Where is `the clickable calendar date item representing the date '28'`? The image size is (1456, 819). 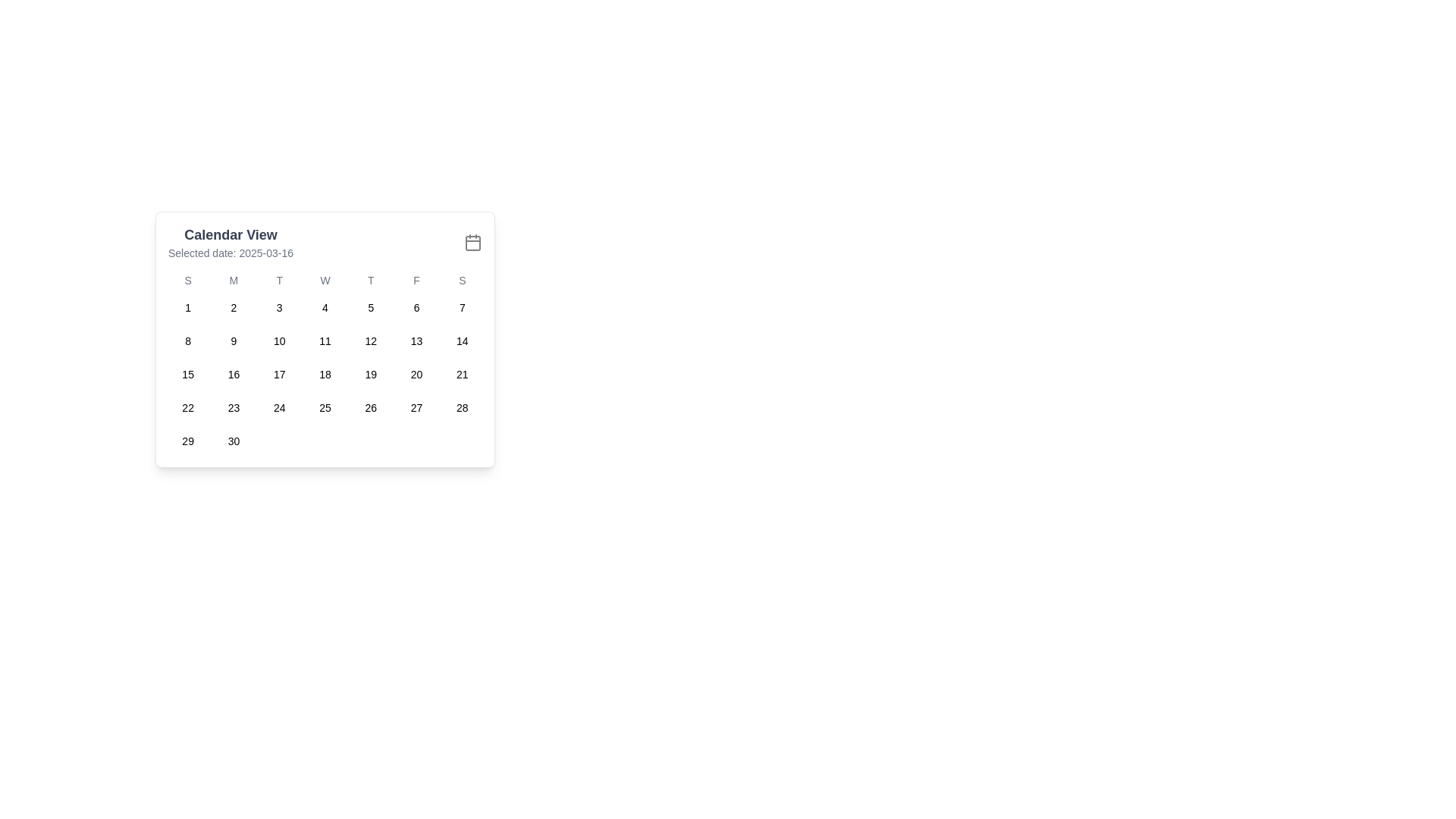
the clickable calendar date item representing the date '28' is located at coordinates (461, 406).